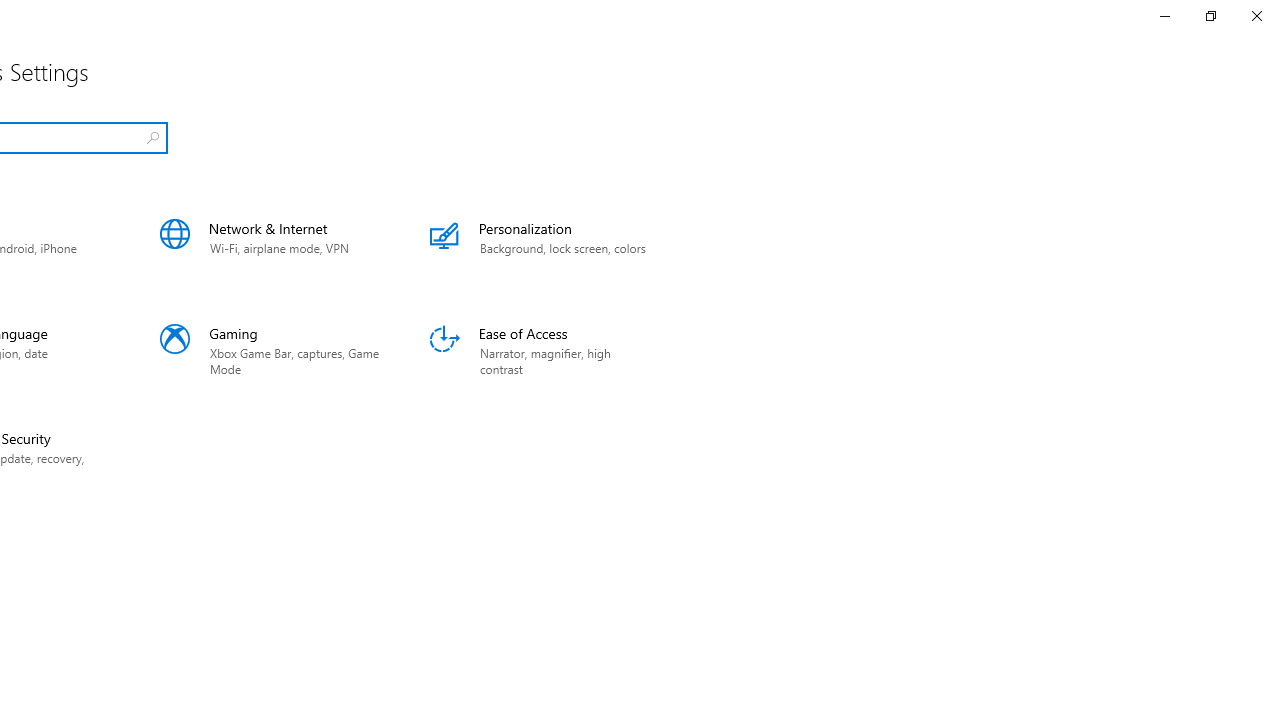 This screenshot has height=720, width=1280. What do you see at coordinates (540, 350) in the screenshot?
I see `'Ease of Access'` at bounding box center [540, 350].